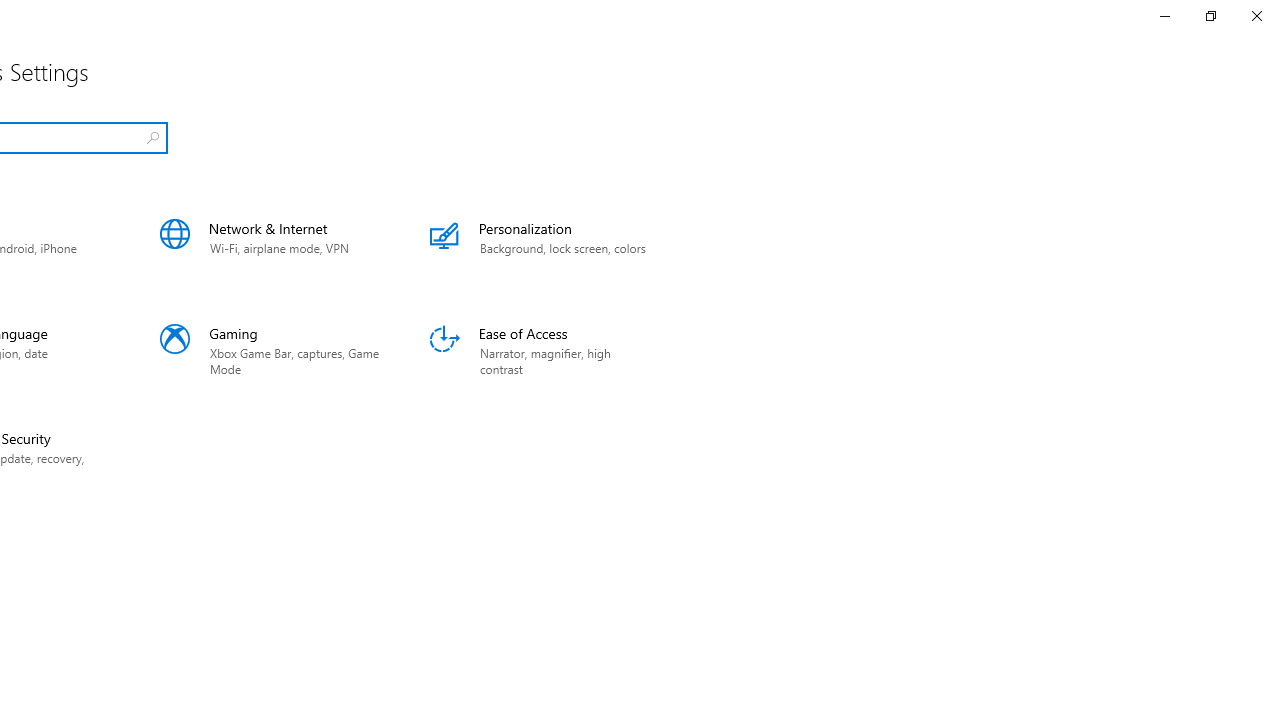 This screenshot has height=720, width=1280. What do you see at coordinates (540, 350) in the screenshot?
I see `'Ease of Access'` at bounding box center [540, 350].